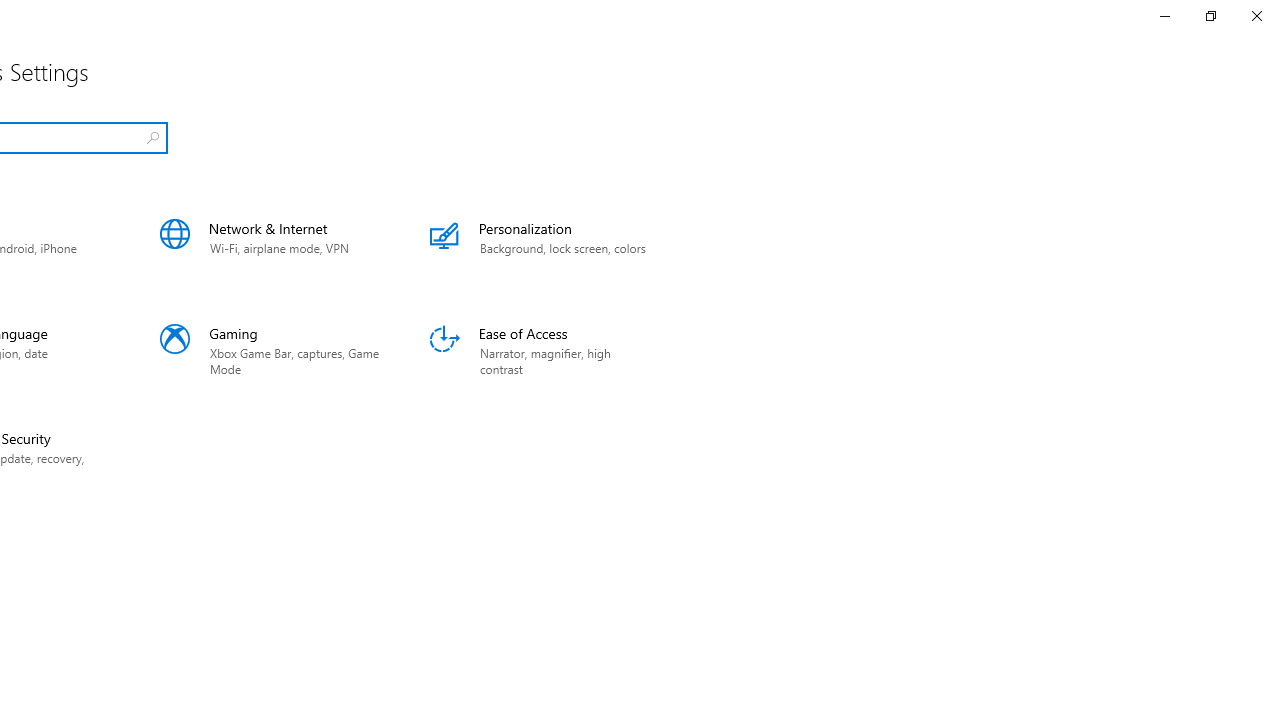 This screenshot has height=720, width=1280. What do you see at coordinates (540, 350) in the screenshot?
I see `'Ease of Access'` at bounding box center [540, 350].